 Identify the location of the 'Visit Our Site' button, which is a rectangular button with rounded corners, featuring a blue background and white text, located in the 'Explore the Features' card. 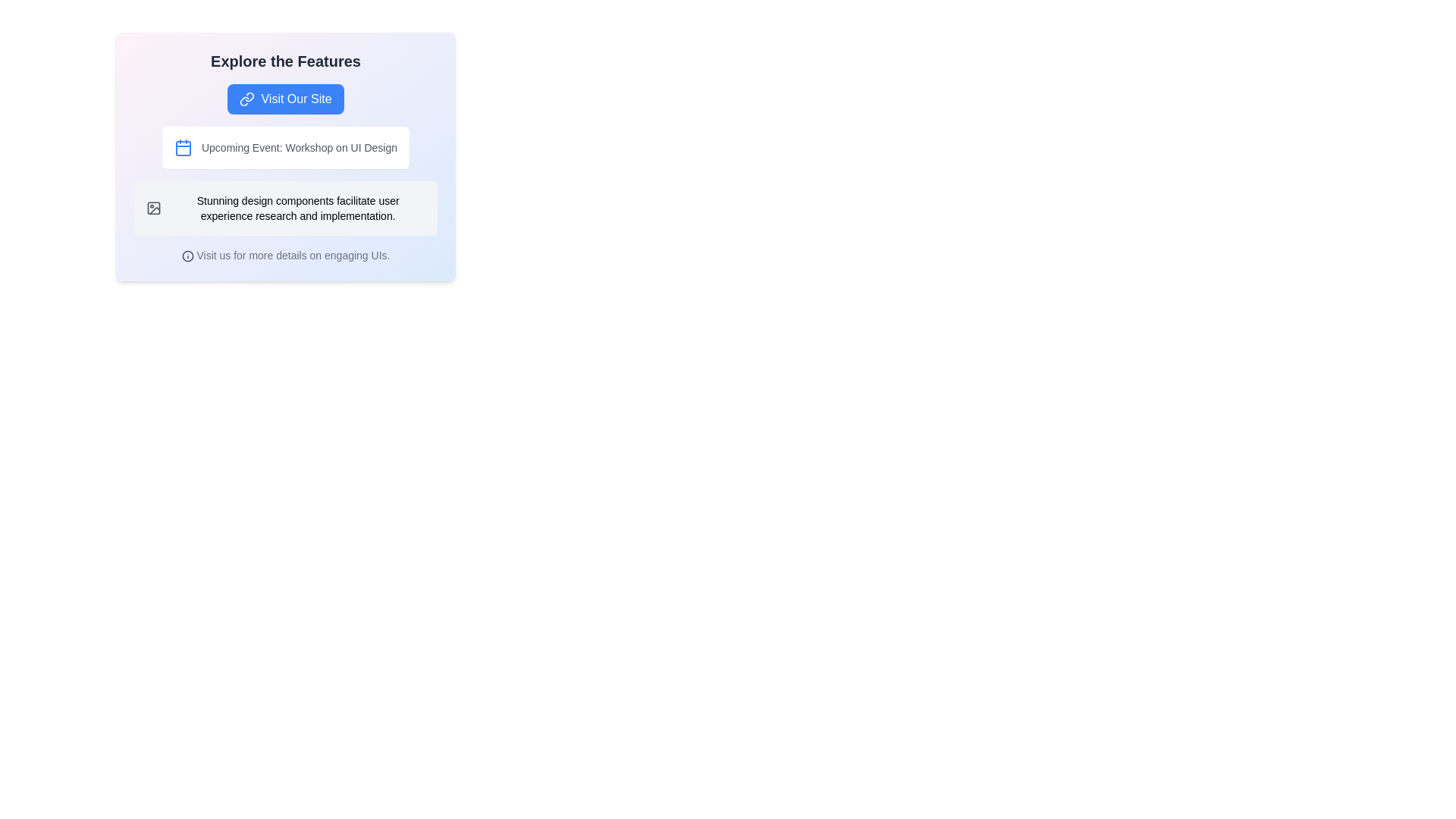
(285, 99).